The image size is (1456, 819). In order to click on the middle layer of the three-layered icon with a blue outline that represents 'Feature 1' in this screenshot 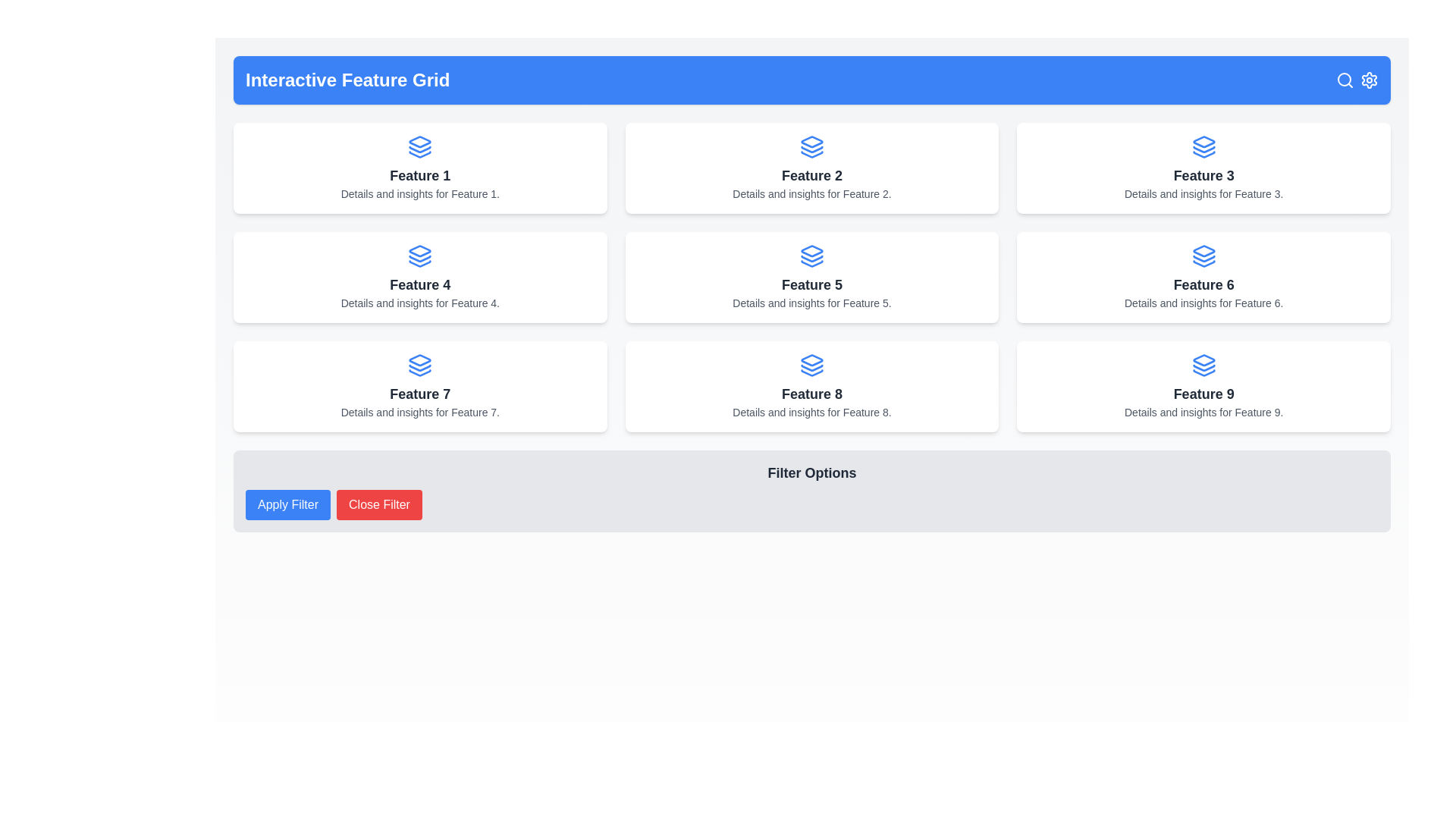, I will do `click(420, 149)`.